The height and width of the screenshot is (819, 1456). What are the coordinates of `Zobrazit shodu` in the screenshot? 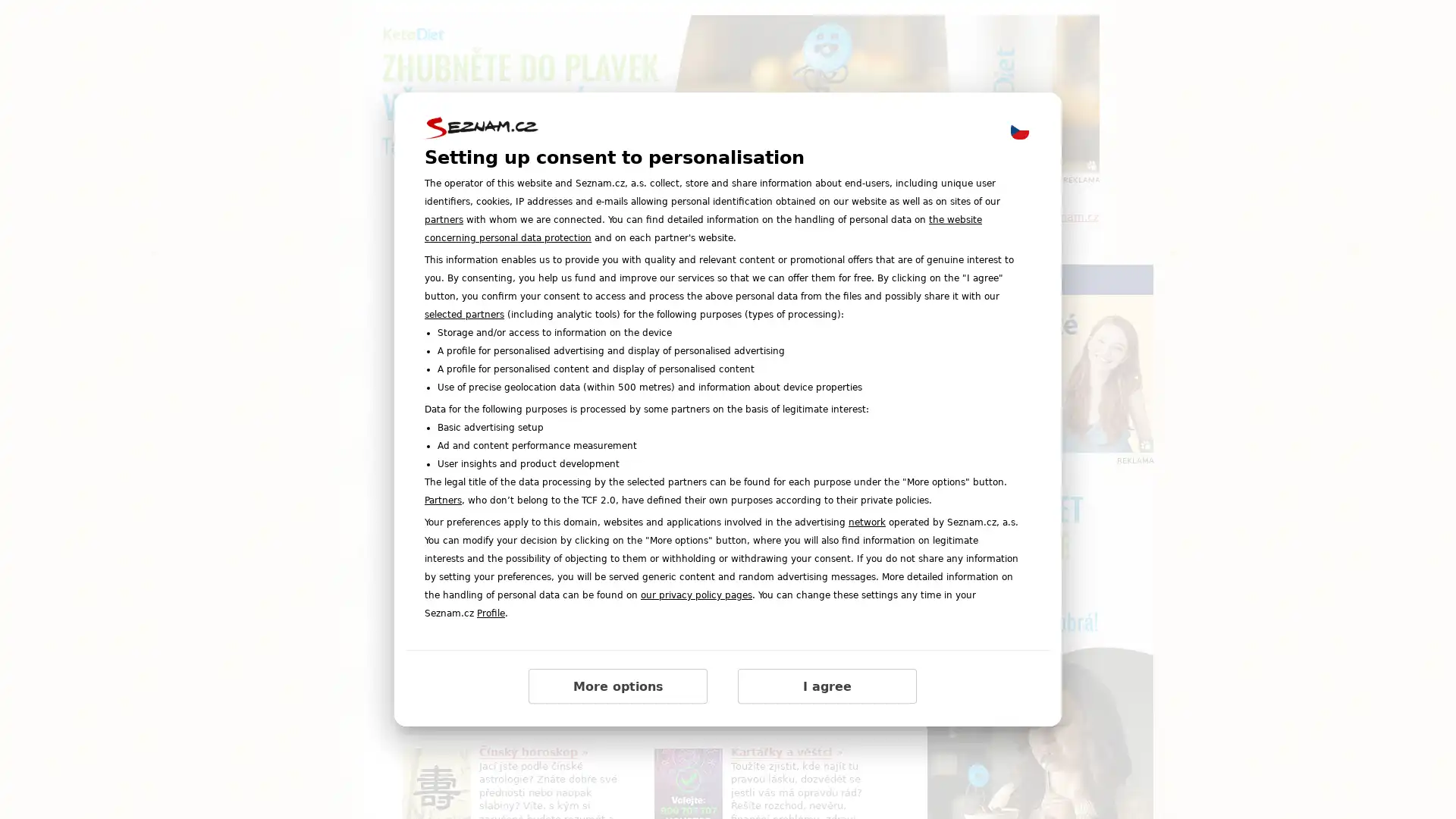 It's located at (448, 575).